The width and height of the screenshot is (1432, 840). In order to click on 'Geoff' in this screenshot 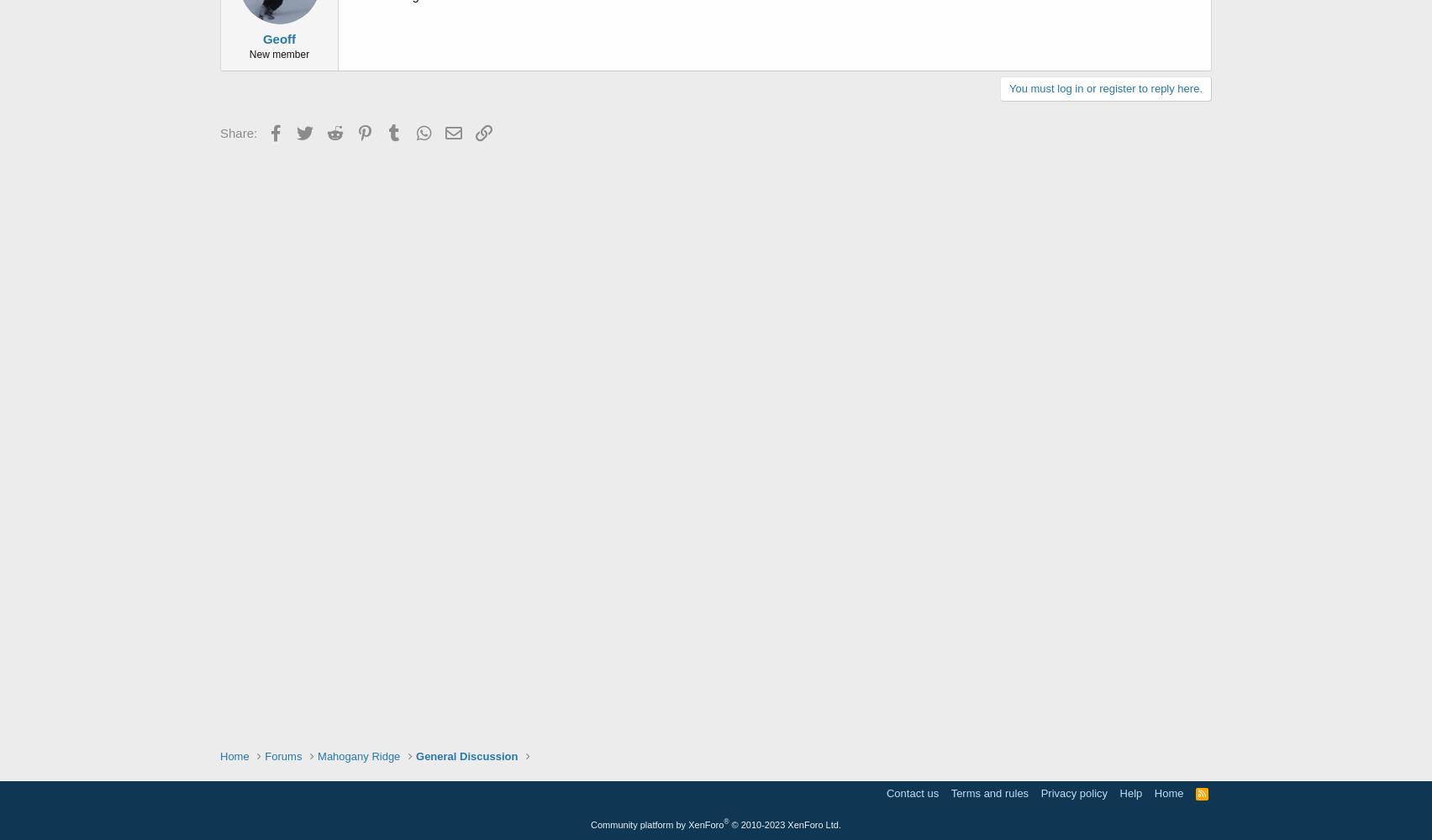, I will do `click(277, 39)`.